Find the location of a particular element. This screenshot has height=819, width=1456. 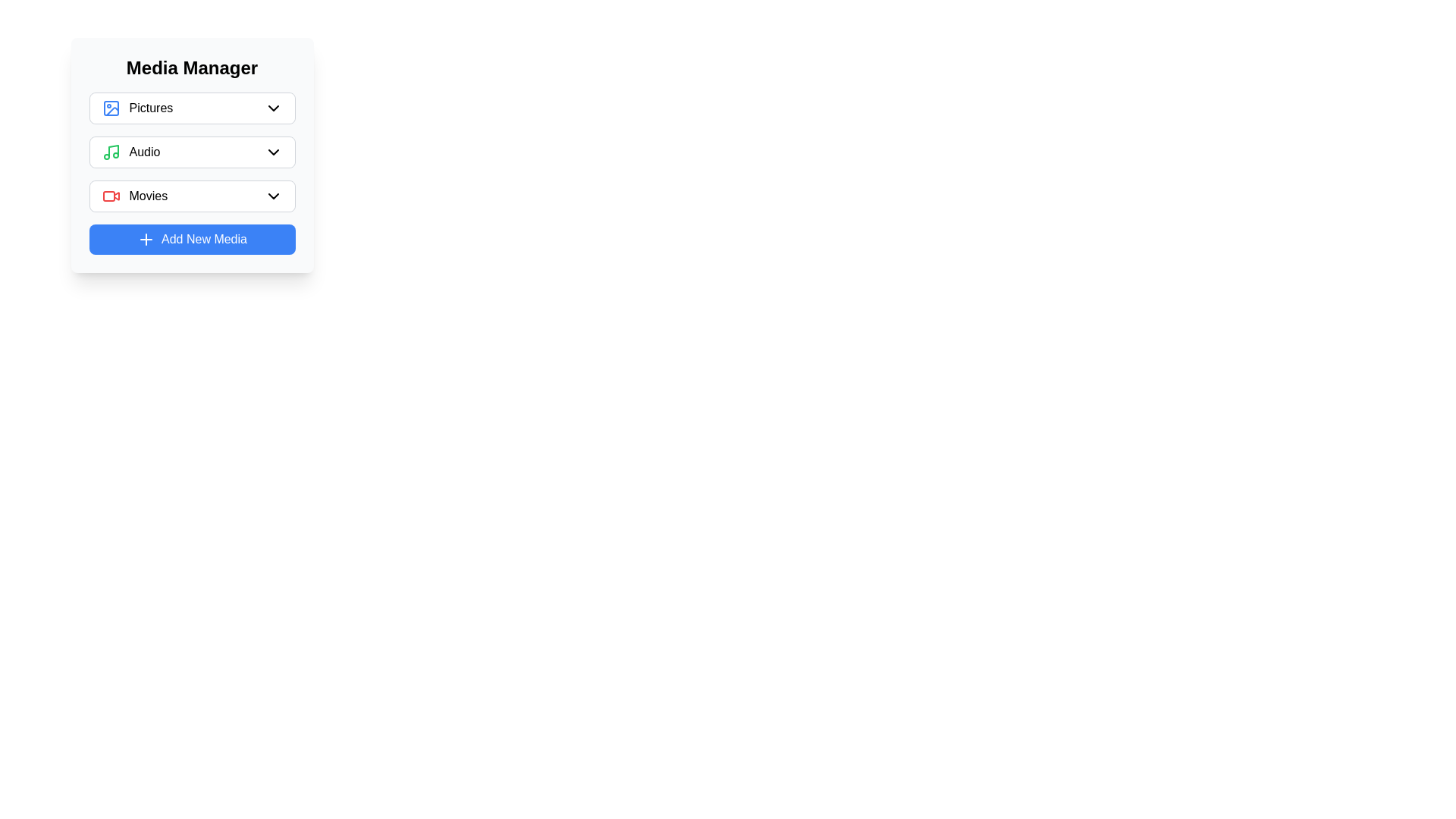

text label 'Movies' which is styled with a bold font and is preceded by a red video camera icon, located in the third row of the 'Media Manager' interface is located at coordinates (134, 195).